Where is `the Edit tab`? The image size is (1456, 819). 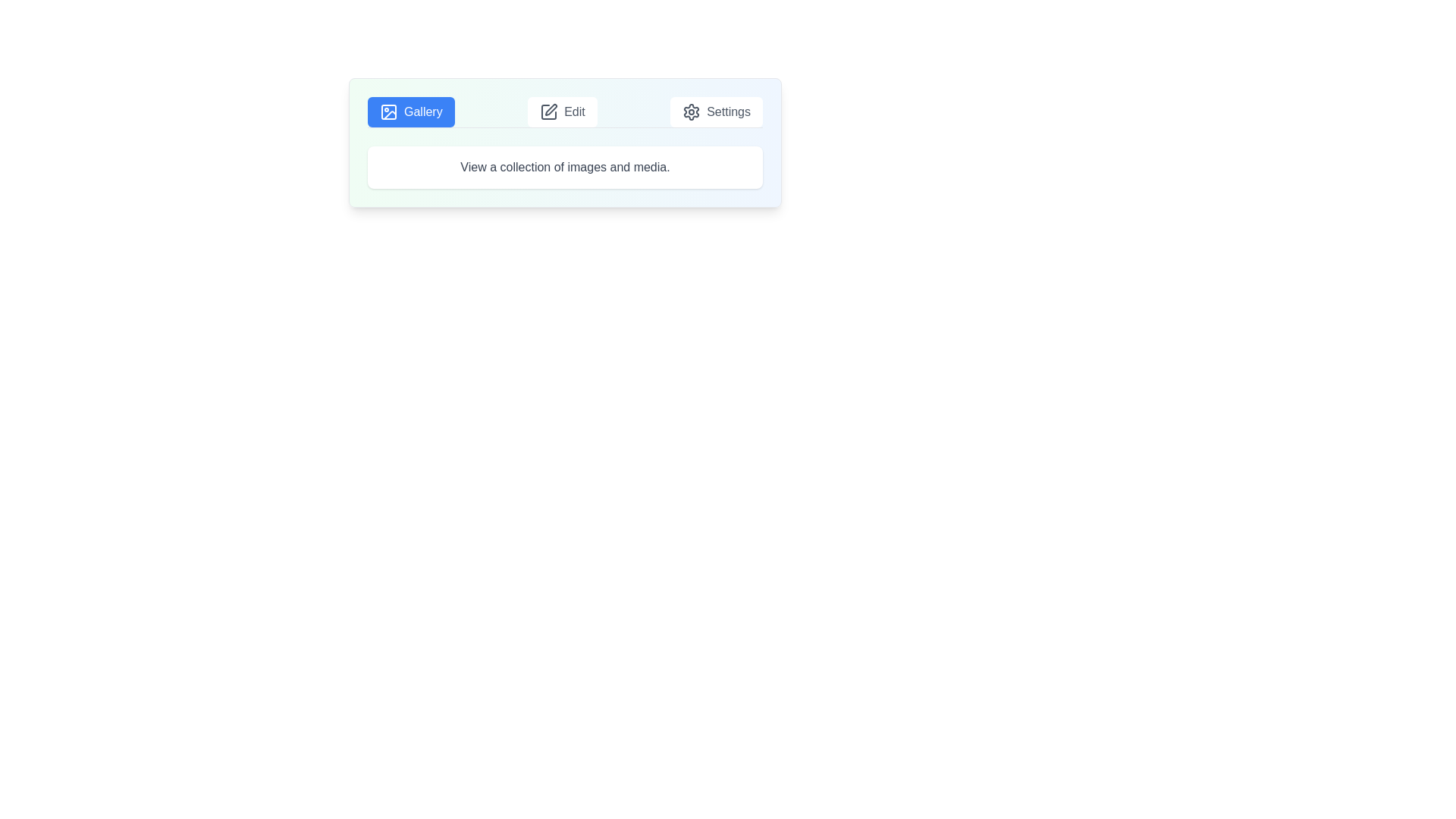
the Edit tab is located at coordinates (561, 111).